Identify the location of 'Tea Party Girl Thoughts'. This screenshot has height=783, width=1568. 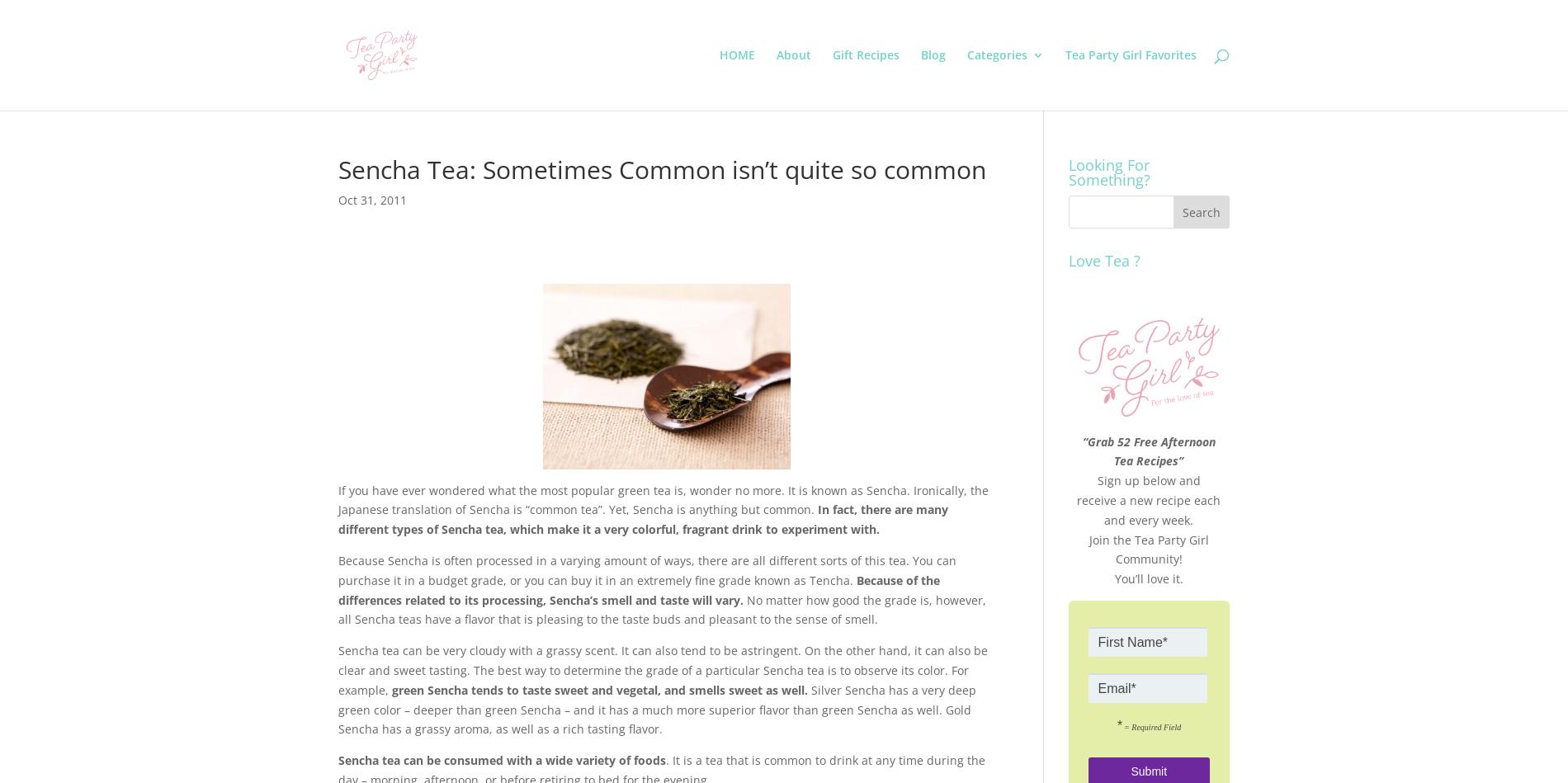
(1037, 453).